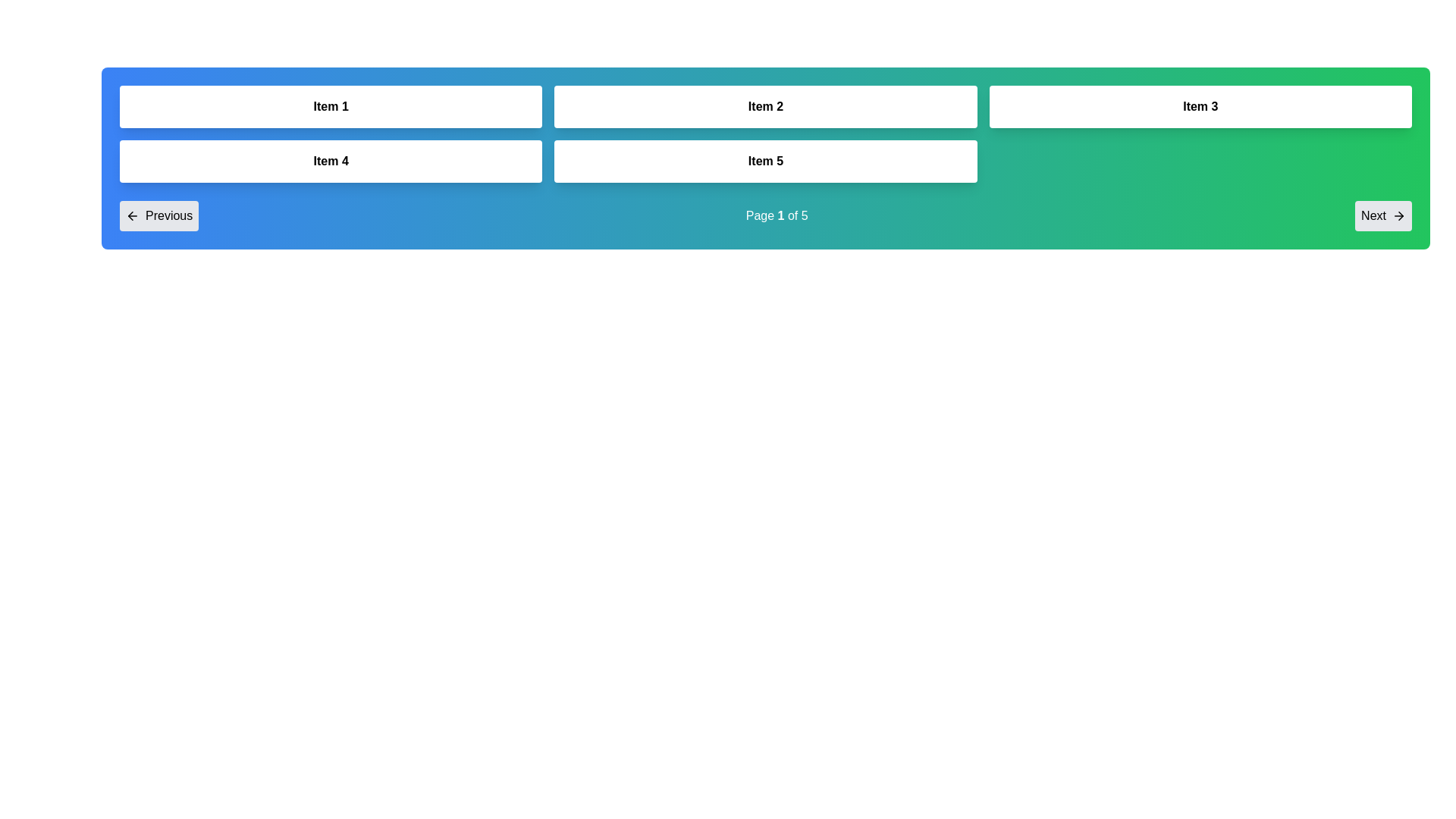  I want to click on the white card element labeled 'Item 5' located in the bottom right corner of the grid, so click(765, 161).